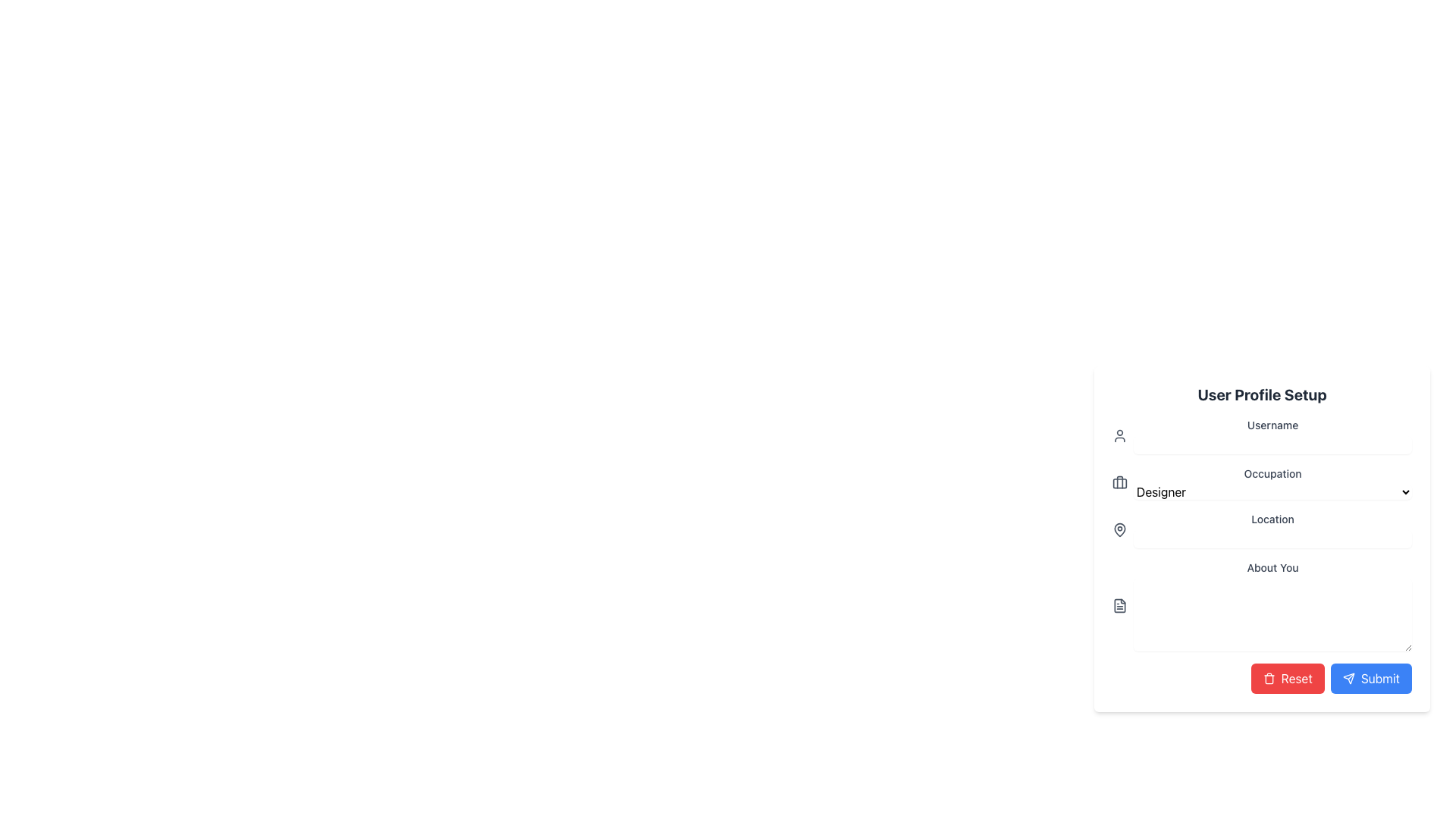 The width and height of the screenshot is (1456, 819). What do you see at coordinates (1120, 482) in the screenshot?
I see `the small briefcase icon, which is an outline styled in neutral gray, located in the 'Occupation' section of the 'User Profile Setup' form, to the left of the 'Designer' text input field` at bounding box center [1120, 482].